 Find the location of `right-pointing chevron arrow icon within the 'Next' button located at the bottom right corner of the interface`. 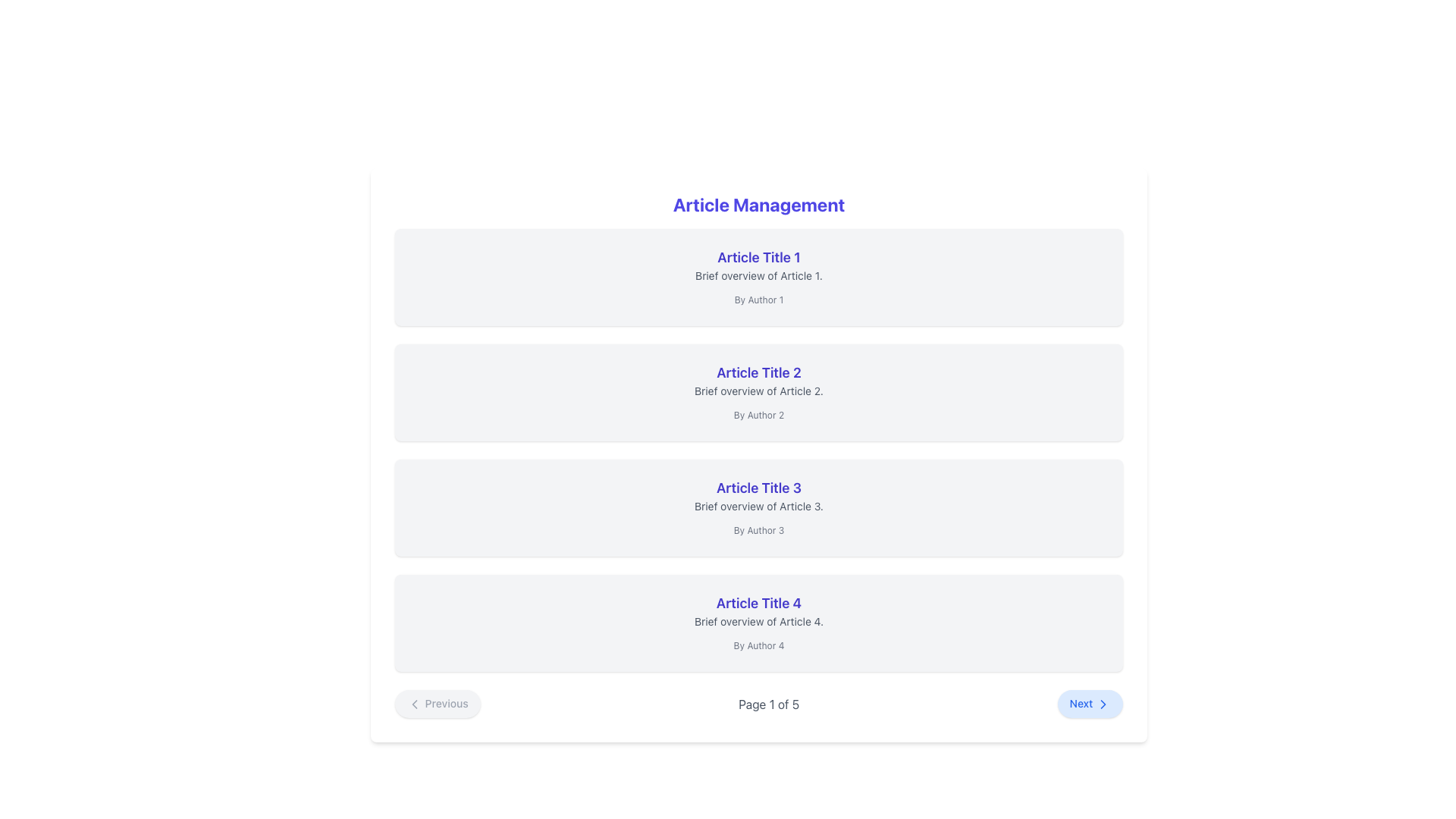

right-pointing chevron arrow icon within the 'Next' button located at the bottom right corner of the interface is located at coordinates (1103, 704).